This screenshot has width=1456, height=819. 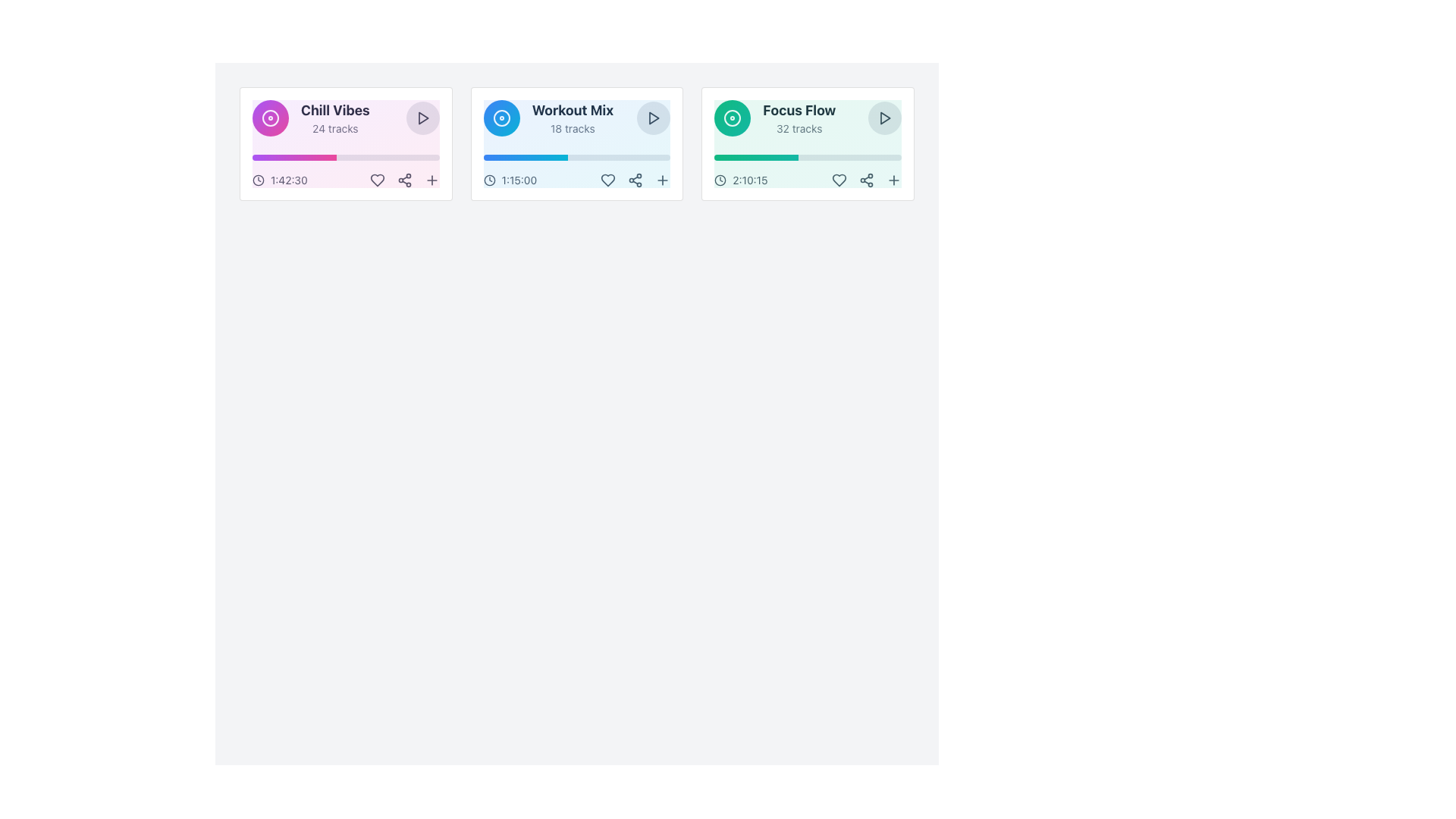 I want to click on the group of interactive icons located at the bottom-right corner of the Focus Flow card to navigate through the individual icons, so click(x=866, y=180).